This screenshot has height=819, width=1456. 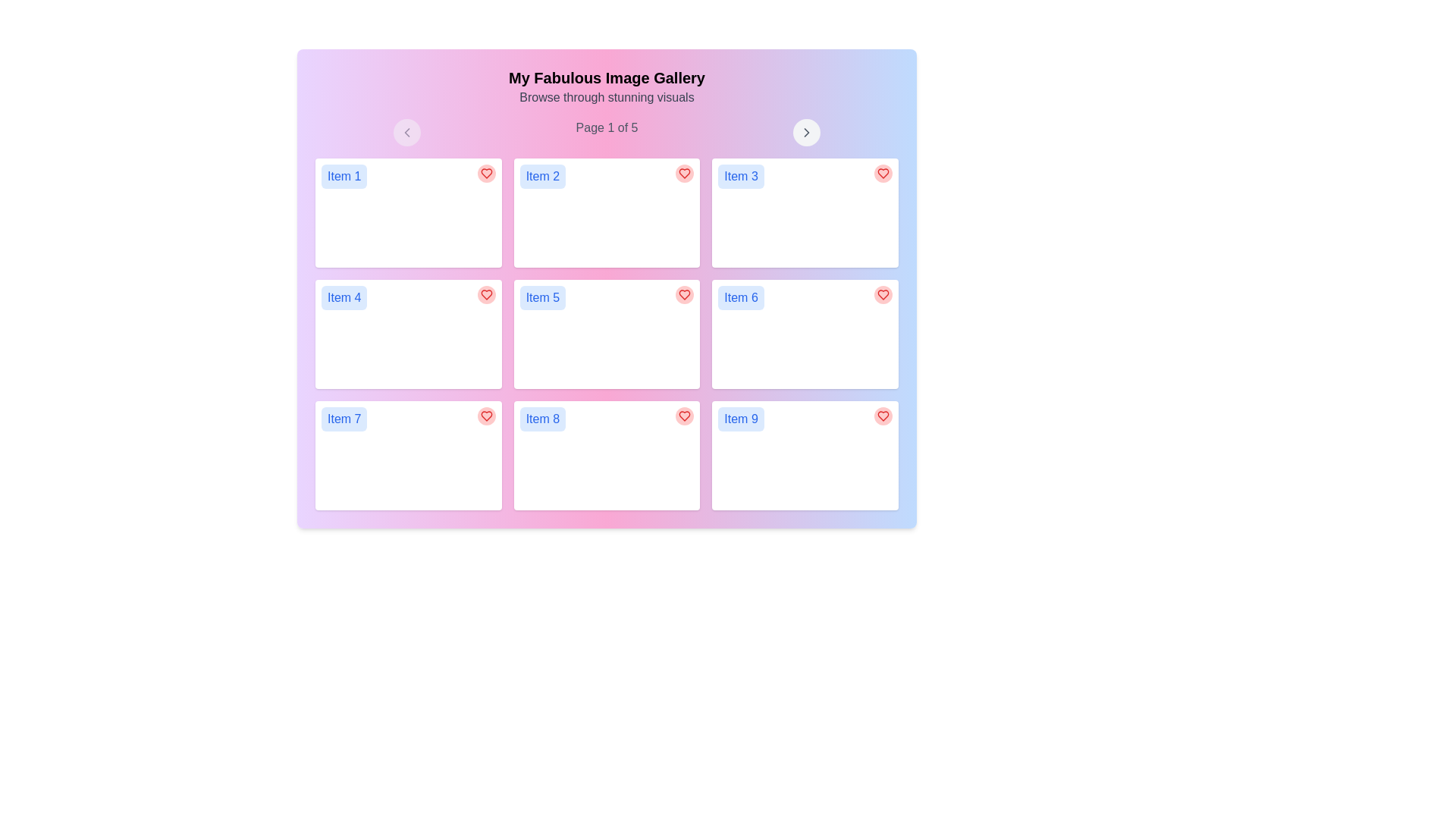 What do you see at coordinates (607, 333) in the screenshot?
I see `an item within the grid layout that contains a blue label and a red heart button, located centrally below the title 'My Fabulous Image Gallery'` at bounding box center [607, 333].